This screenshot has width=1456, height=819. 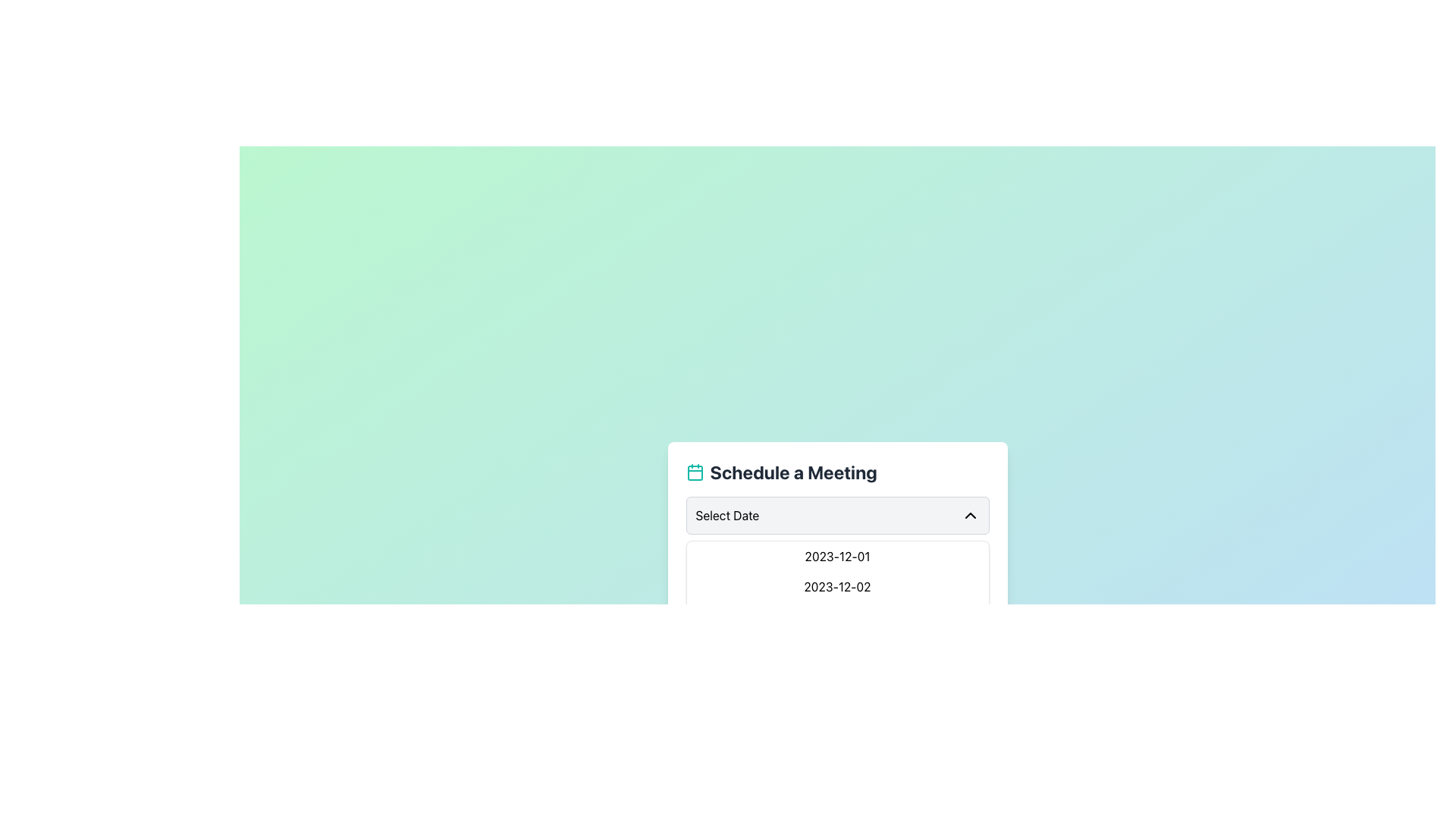 What do you see at coordinates (836, 555) in the screenshot?
I see `the 'Schedule a Meeting' widget` at bounding box center [836, 555].